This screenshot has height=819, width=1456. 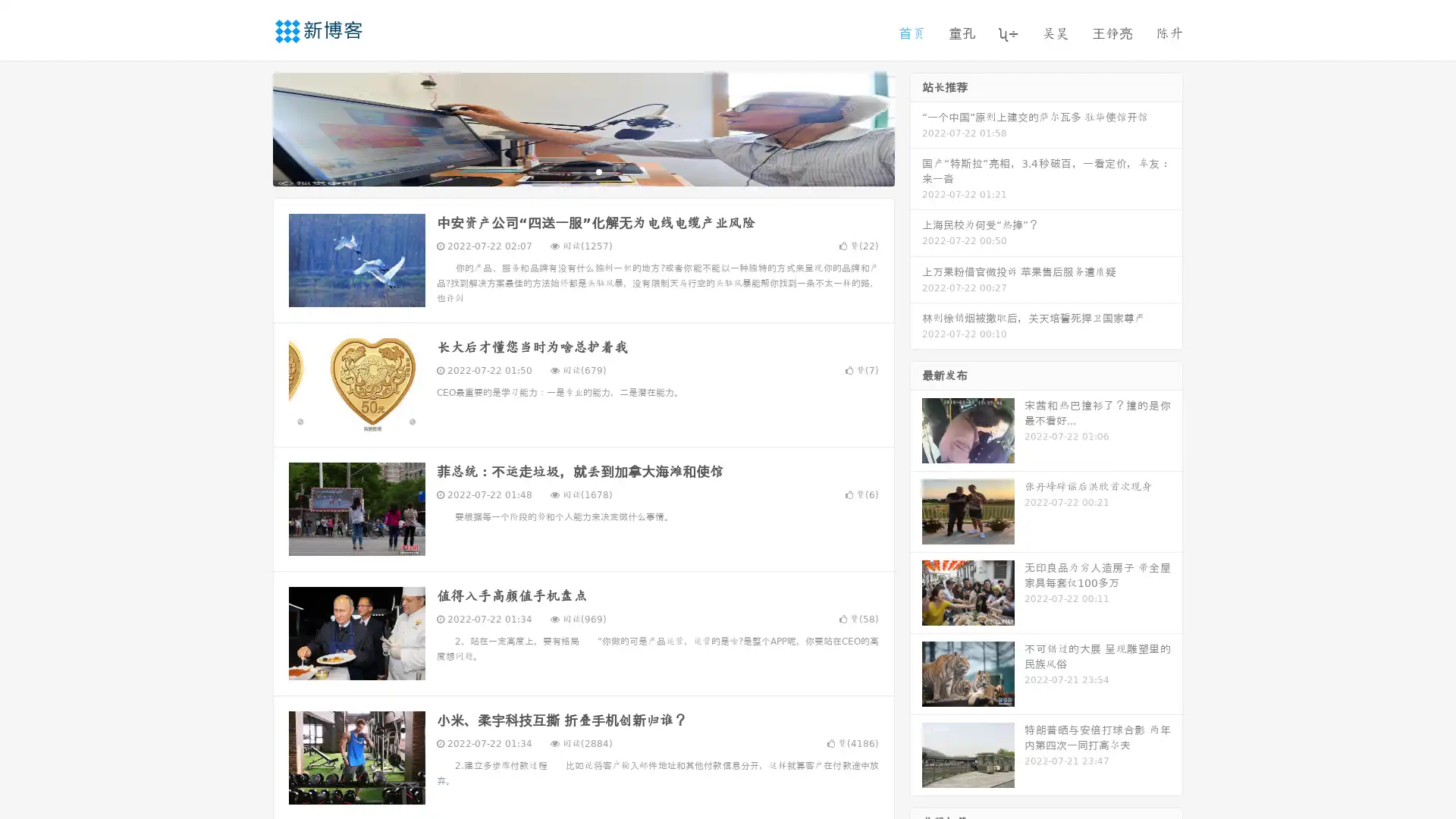 I want to click on Go to slide 1, so click(x=567, y=171).